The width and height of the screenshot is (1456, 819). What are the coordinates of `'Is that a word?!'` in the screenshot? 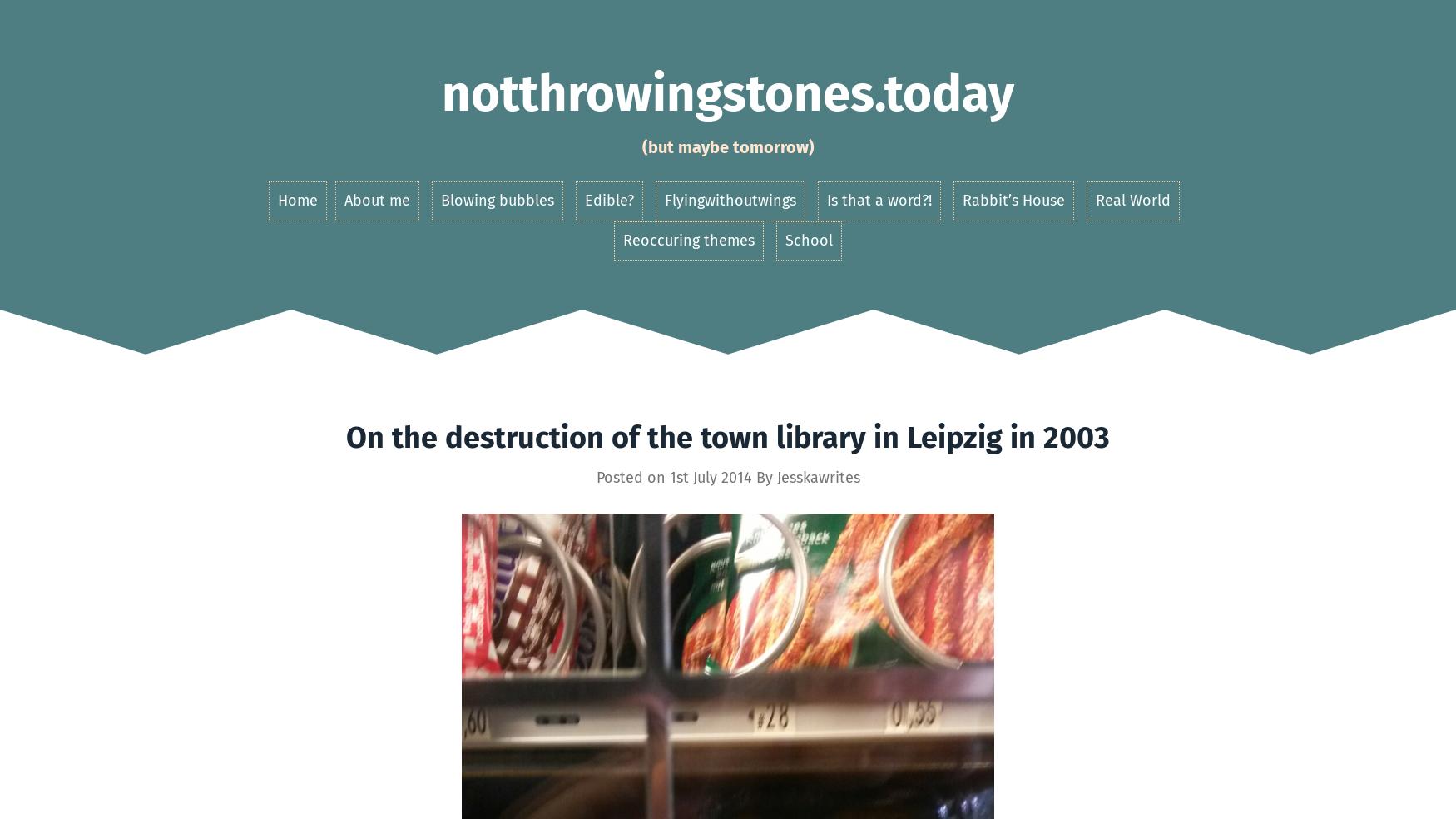 It's located at (877, 200).